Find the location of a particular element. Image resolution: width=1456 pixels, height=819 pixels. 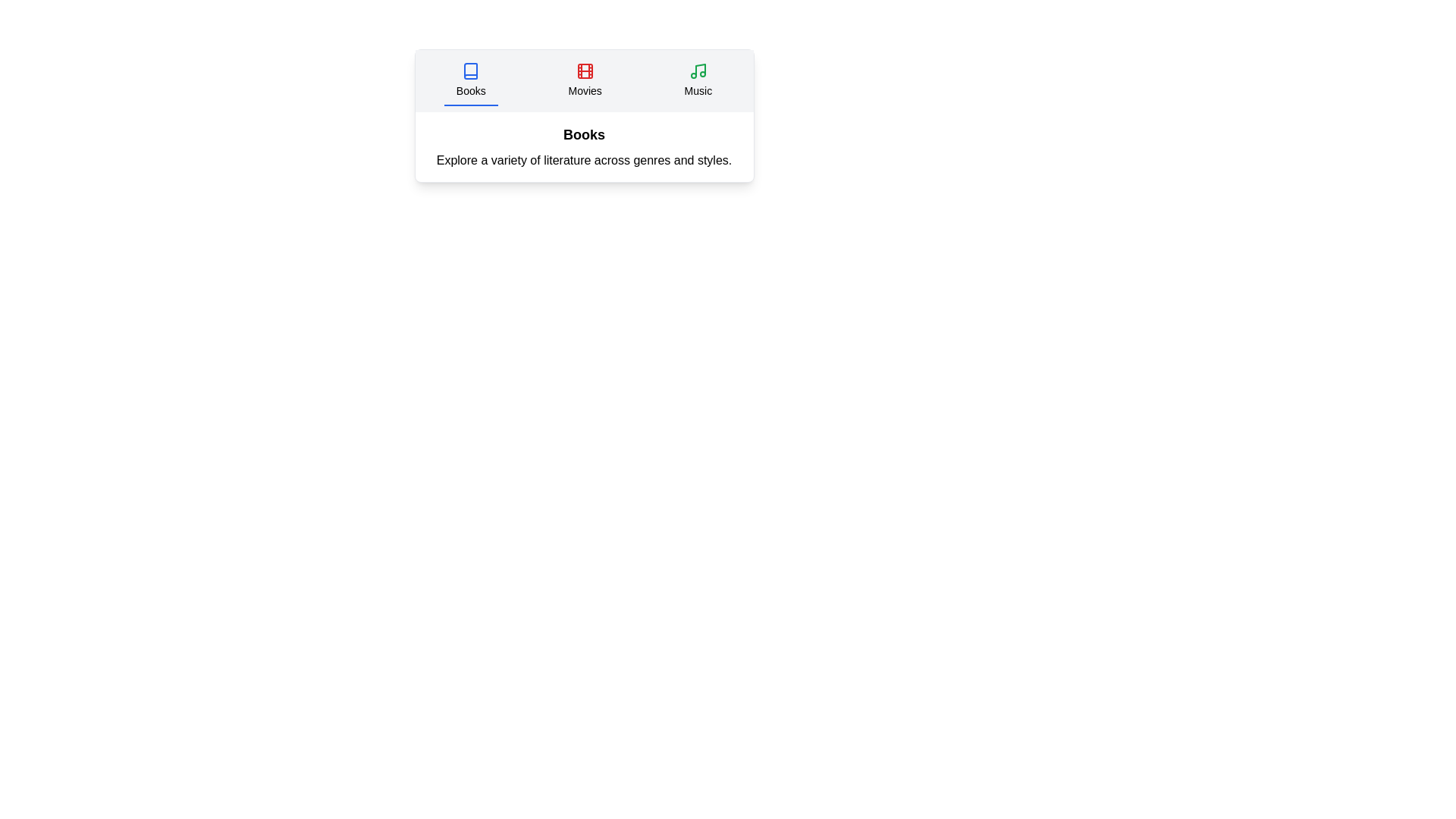

the Movies tab to select it is located at coordinates (584, 81).